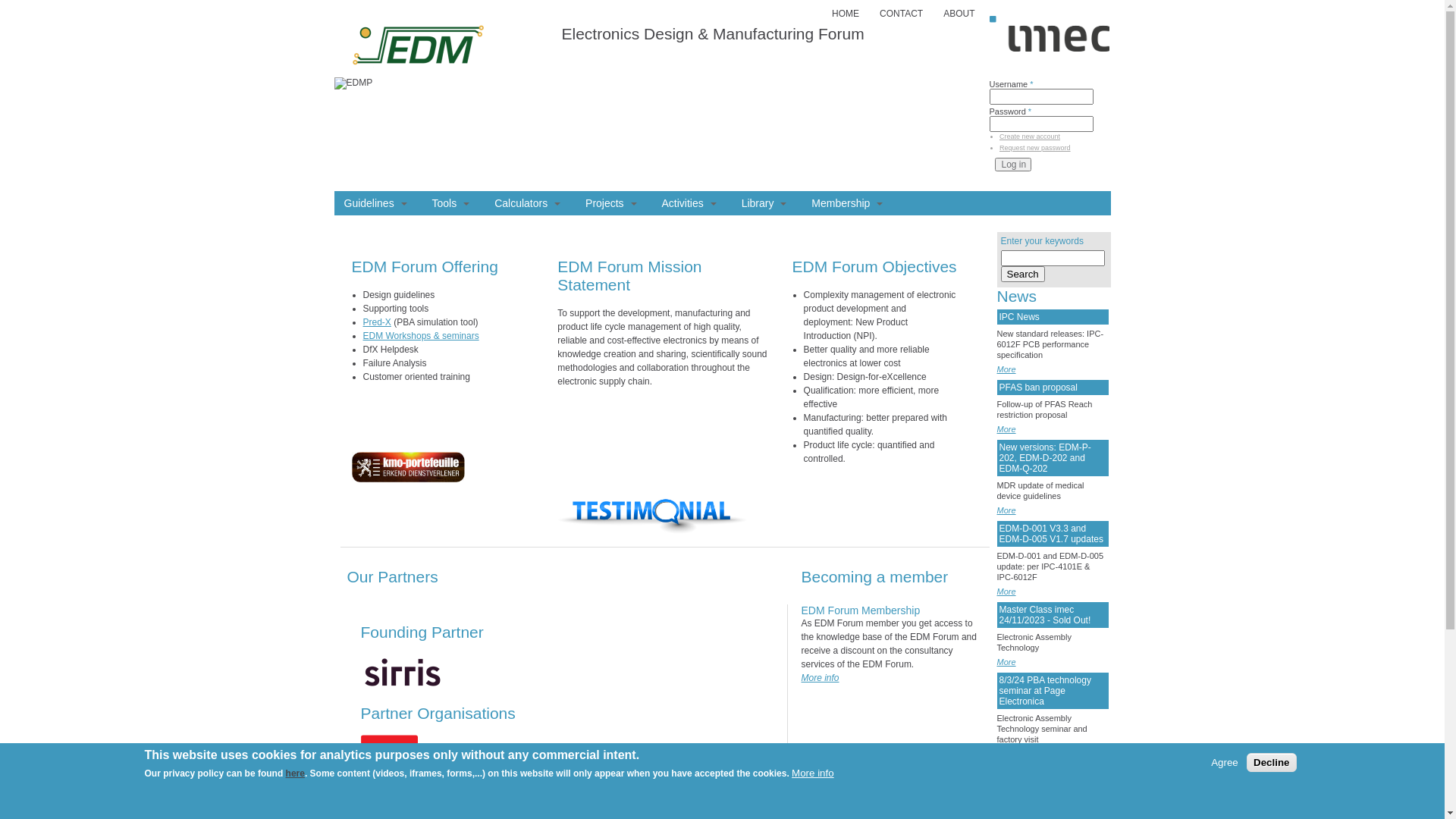 The width and height of the screenshot is (1456, 819). What do you see at coordinates (996, 369) in the screenshot?
I see `'More'` at bounding box center [996, 369].